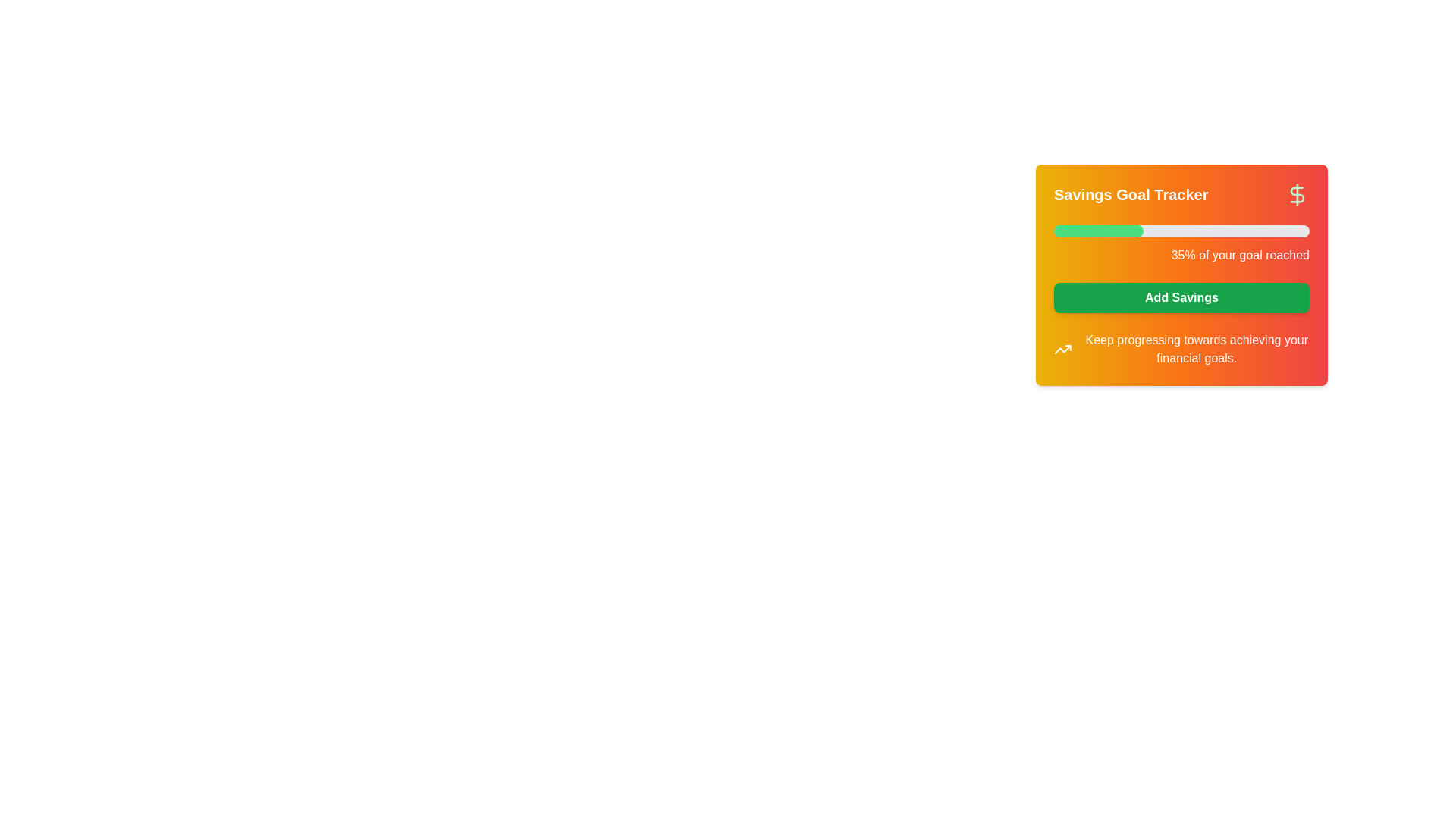 This screenshot has height=819, width=1456. What do you see at coordinates (1099, 231) in the screenshot?
I see `the visually styled green progress bar that is situated horizontally within the larger light gray track, located under the 'Savings Goal Tracker' title` at bounding box center [1099, 231].